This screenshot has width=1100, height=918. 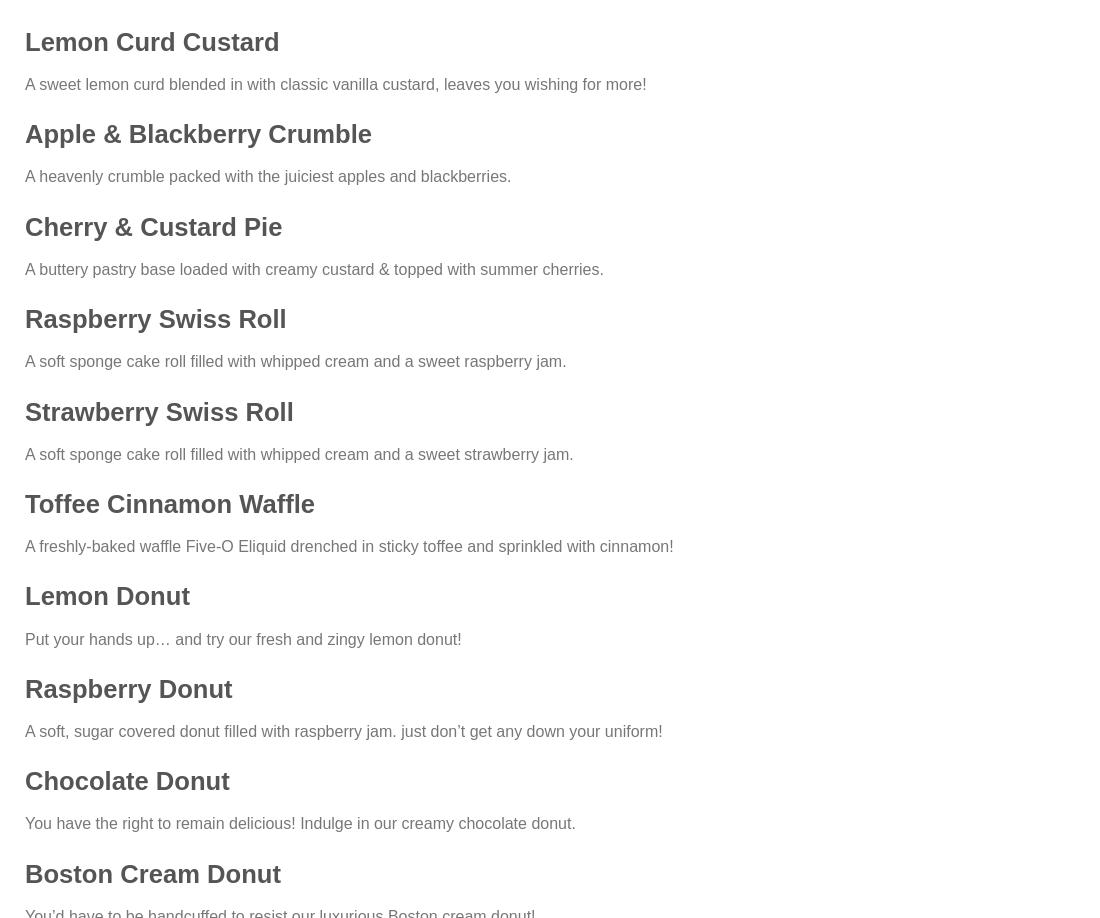 I want to click on 'A soft, sugar covered donut filled with raspberry jam. just don’t get any down your uniform!', so click(x=342, y=729).